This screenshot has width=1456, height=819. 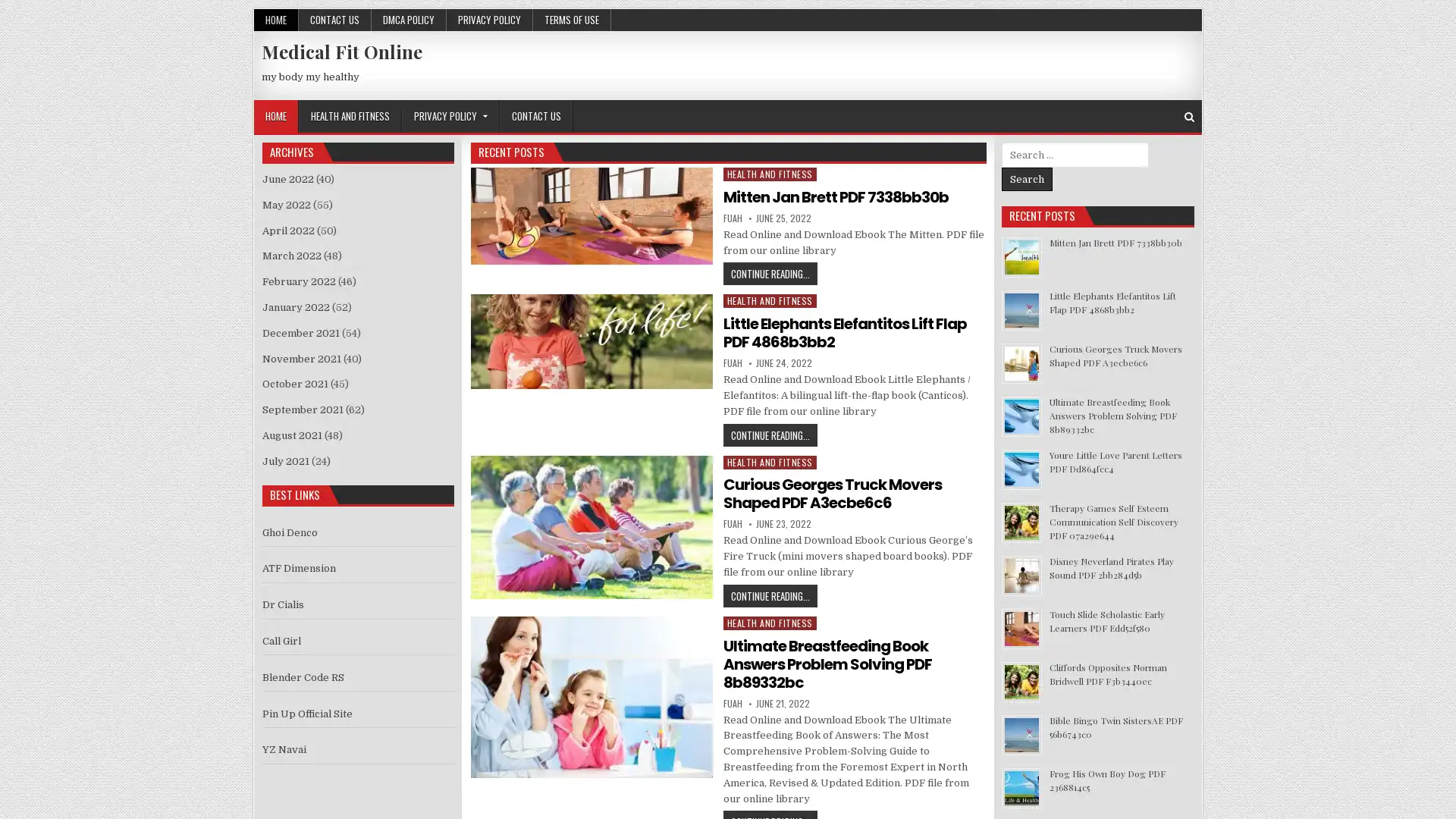 What do you see at coordinates (1027, 178) in the screenshot?
I see `Search` at bounding box center [1027, 178].